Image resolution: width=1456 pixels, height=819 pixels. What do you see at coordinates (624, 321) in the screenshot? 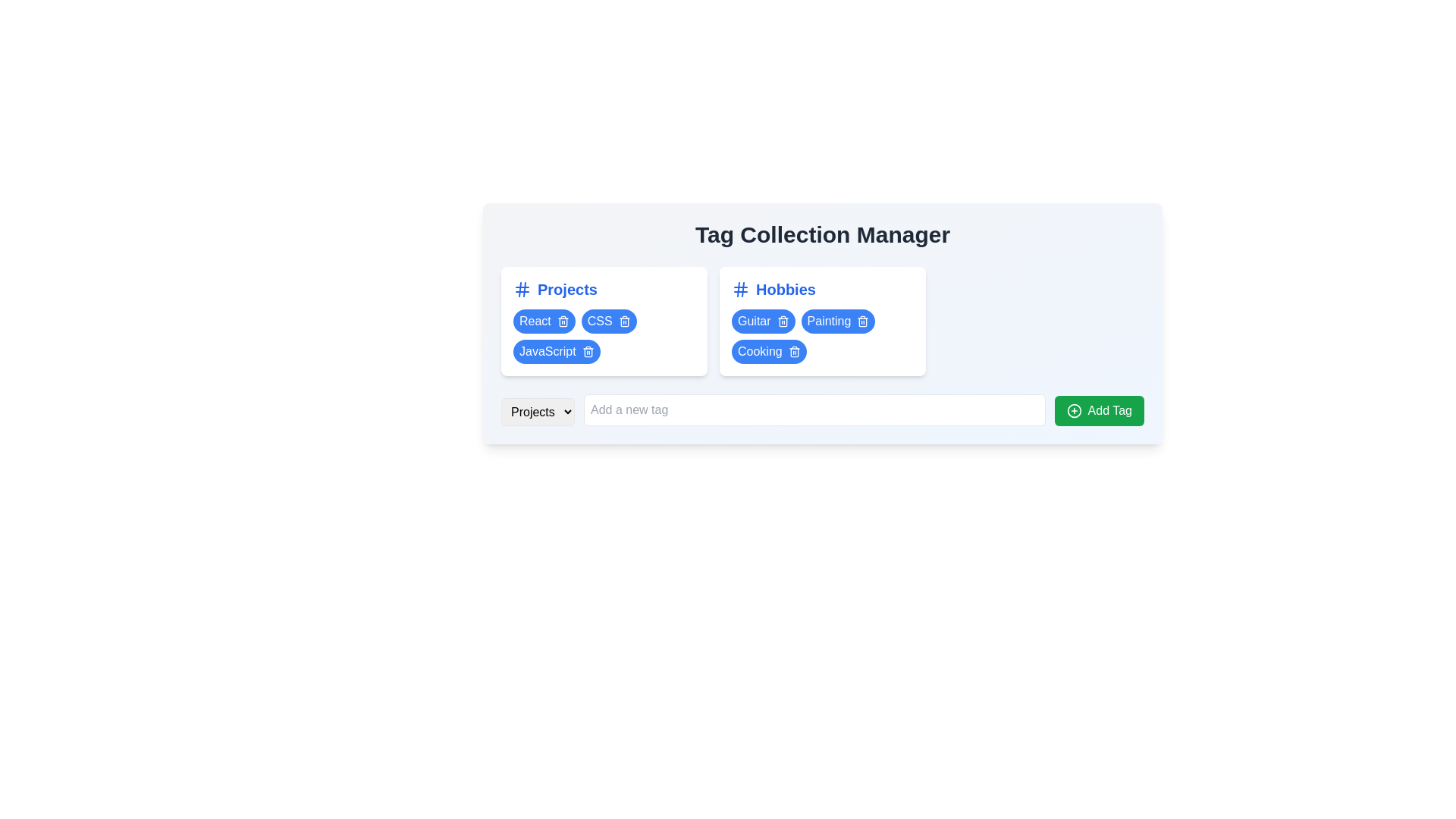
I see `the delete icon button located at the far-right end of the 'CSS' tag in the 'Projects' section` at bounding box center [624, 321].